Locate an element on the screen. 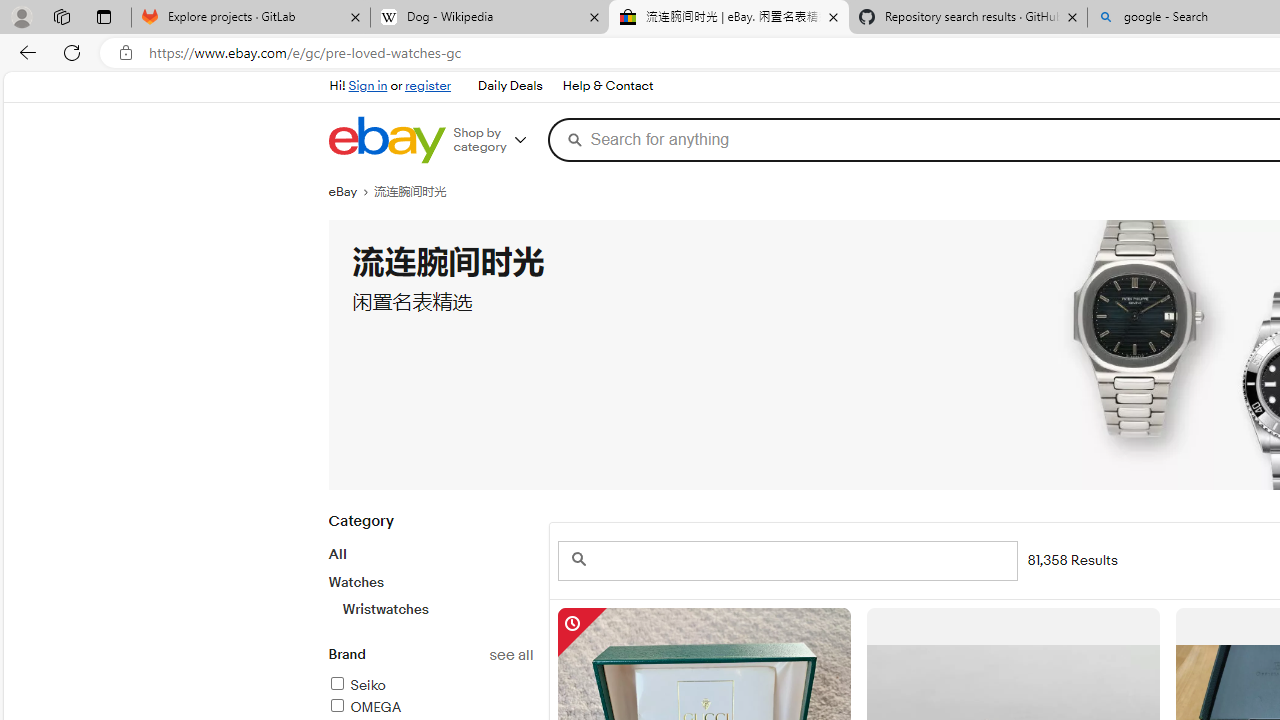 The width and height of the screenshot is (1280, 720). 'eBay' is located at coordinates (351, 192).